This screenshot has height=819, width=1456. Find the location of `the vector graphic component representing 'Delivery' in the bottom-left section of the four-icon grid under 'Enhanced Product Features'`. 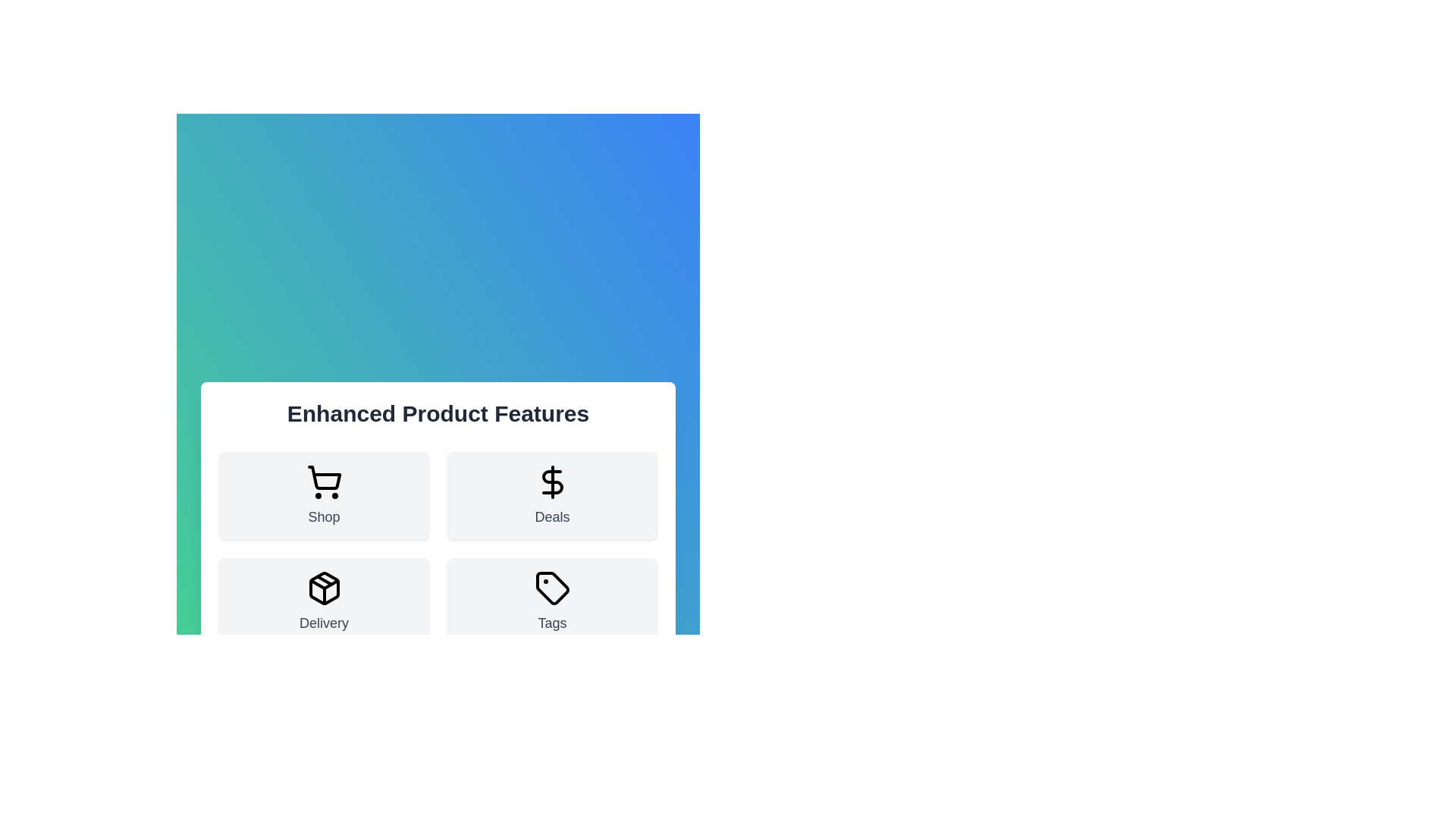

the vector graphic component representing 'Delivery' in the bottom-left section of the four-icon grid under 'Enhanced Product Features' is located at coordinates (323, 580).